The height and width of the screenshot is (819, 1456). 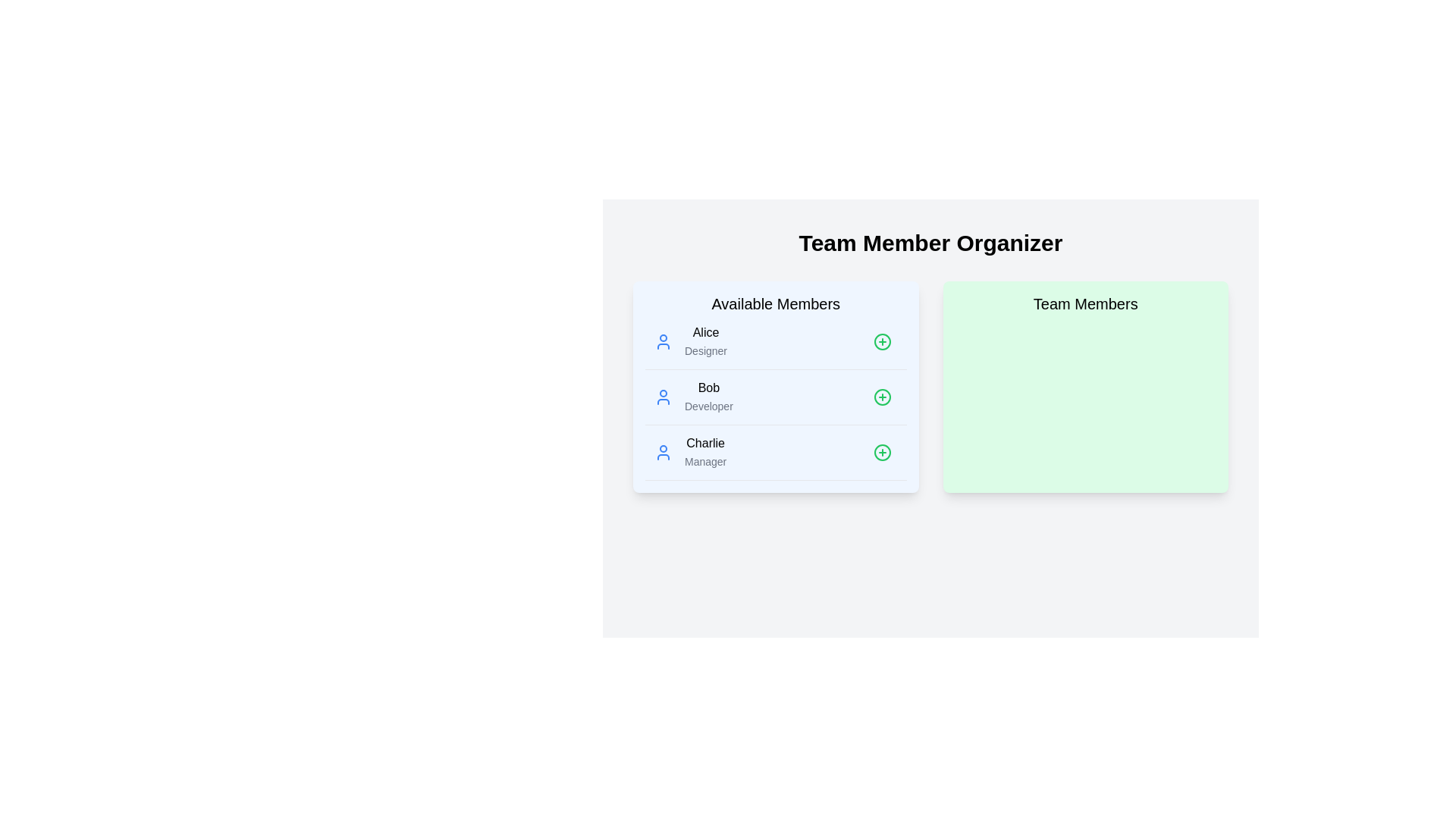 I want to click on text of the label that indicates the role or position of 'Alice' in the 'Available Members' list, situated directly below the text 'Alice', so click(x=705, y=350).